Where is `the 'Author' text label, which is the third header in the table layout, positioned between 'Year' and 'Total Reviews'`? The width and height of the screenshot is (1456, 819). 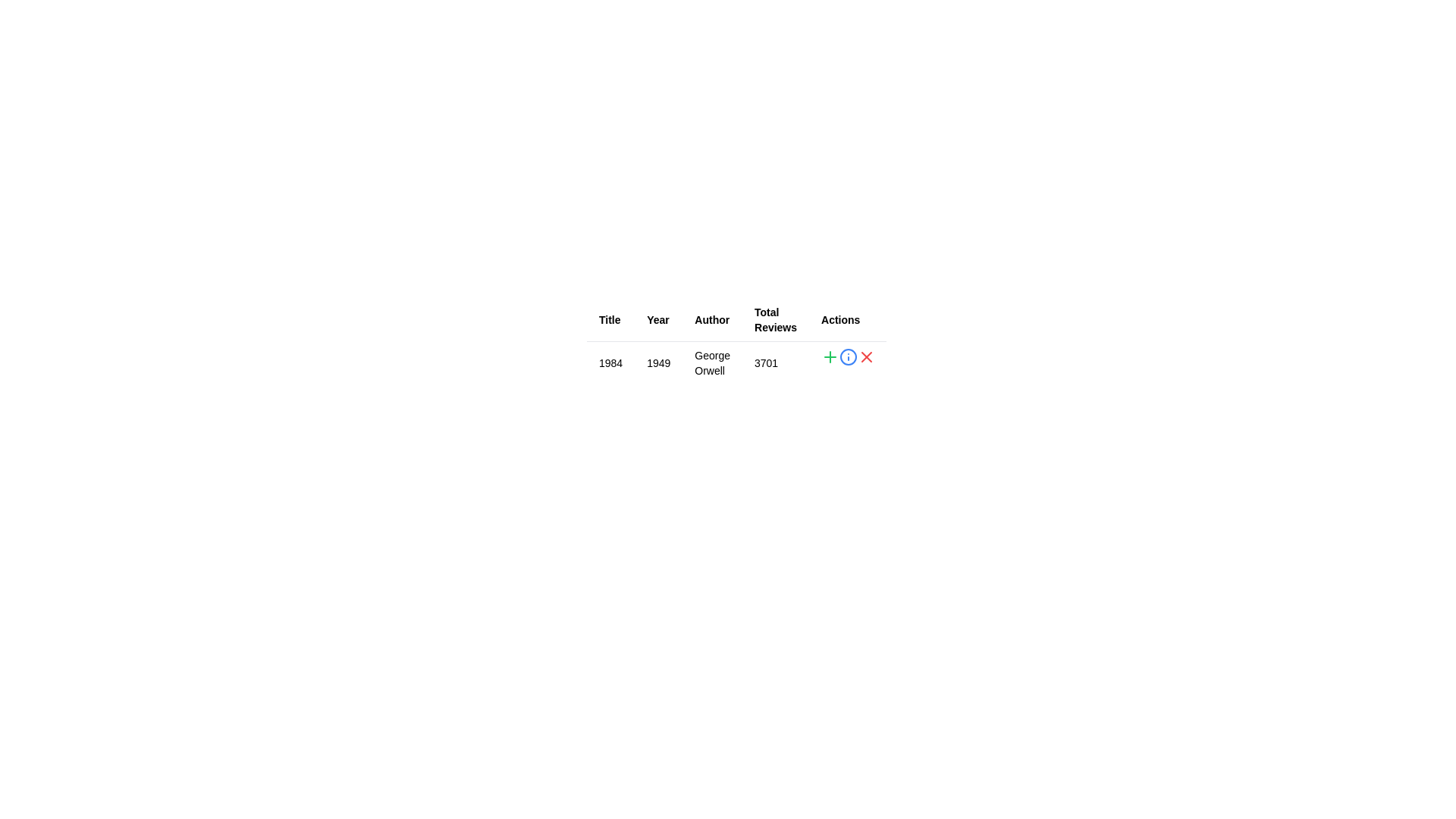 the 'Author' text label, which is the third header in the table layout, positioned between 'Year' and 'Total Reviews' is located at coordinates (711, 319).